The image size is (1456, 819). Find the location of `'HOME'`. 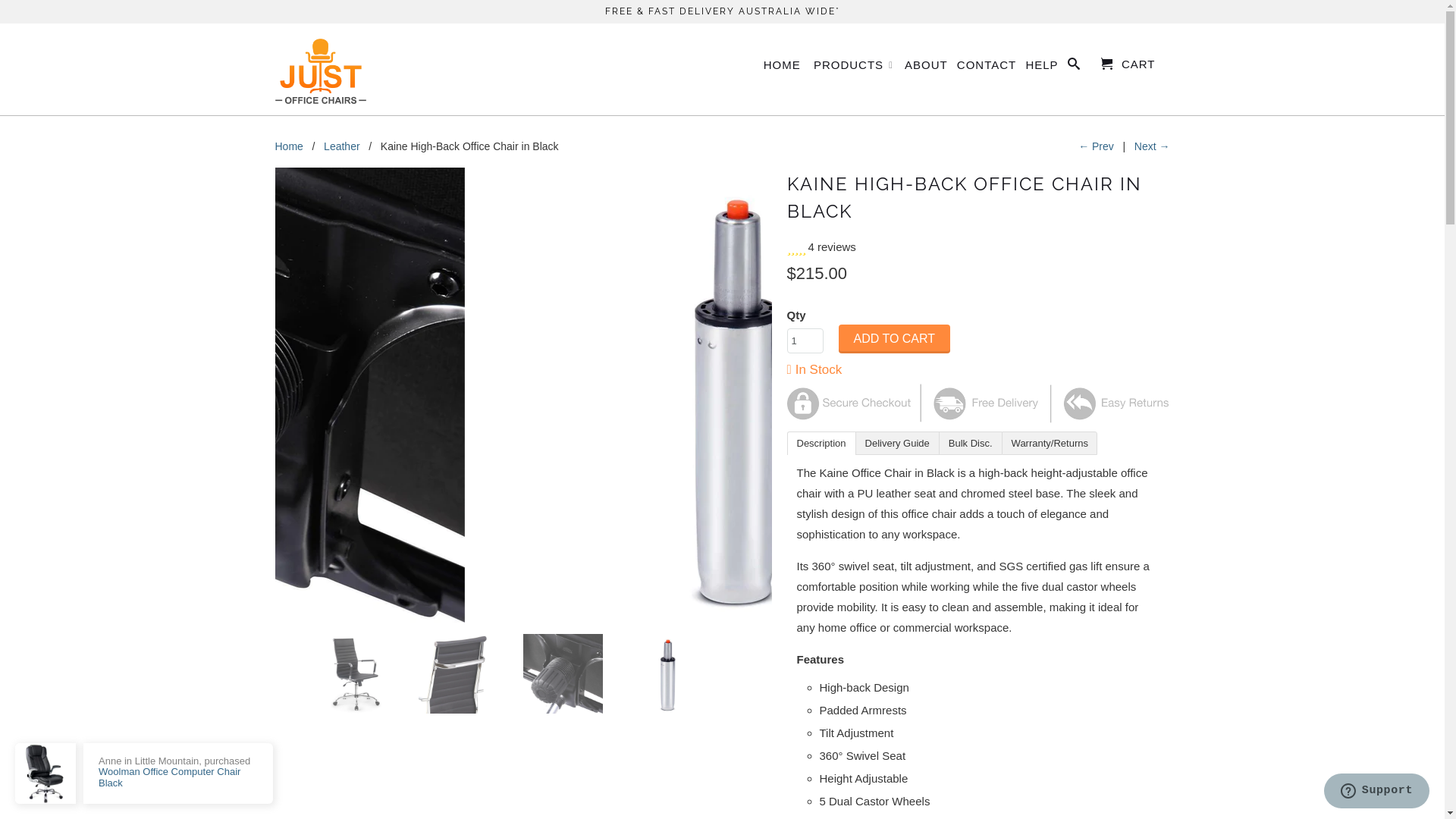

'HOME' is located at coordinates (782, 67).